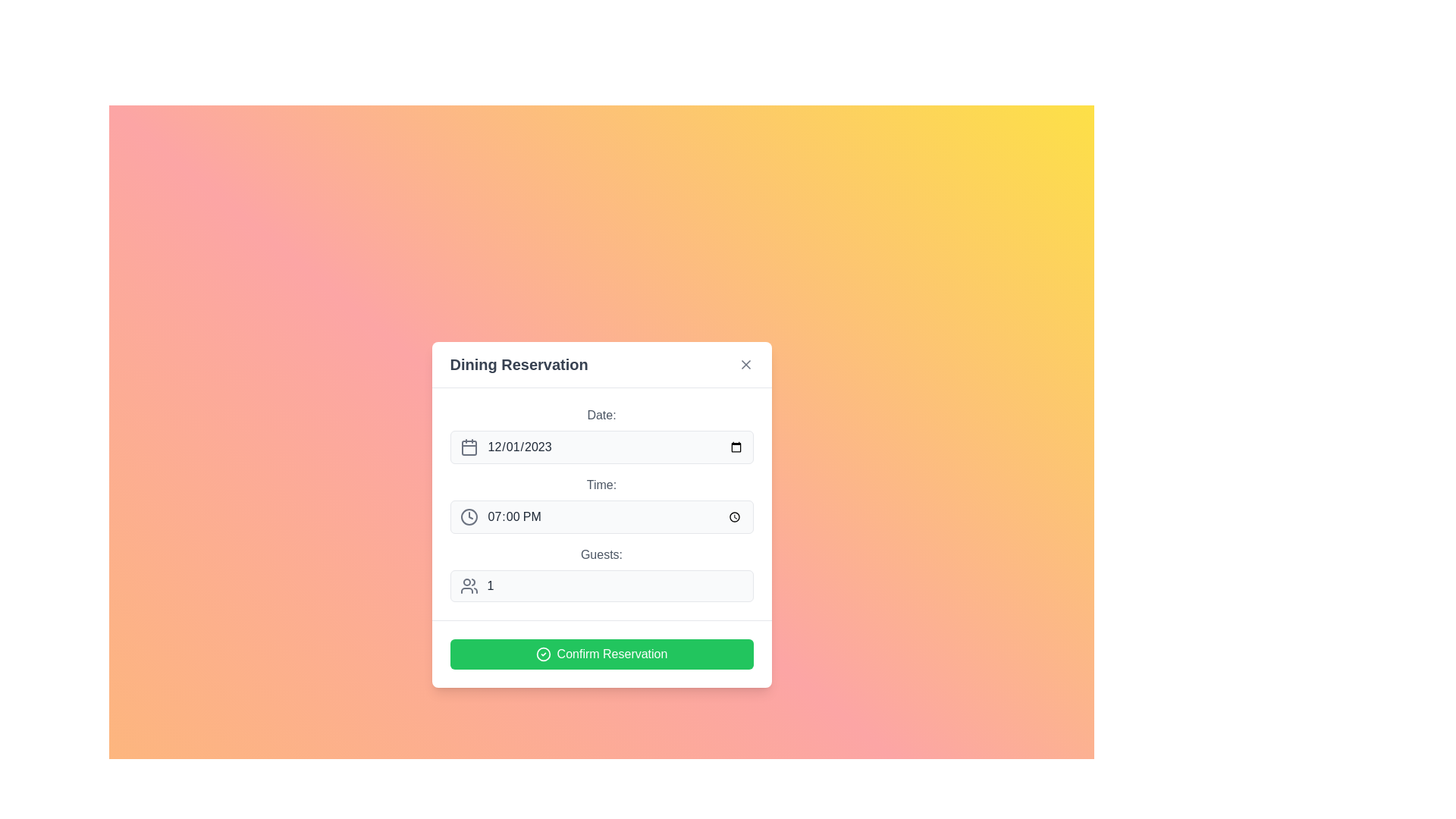  Describe the element at coordinates (468, 447) in the screenshot. I see `the gray calendar icon with a square outline and curved edges, which is positioned to the left of the date input box` at that location.